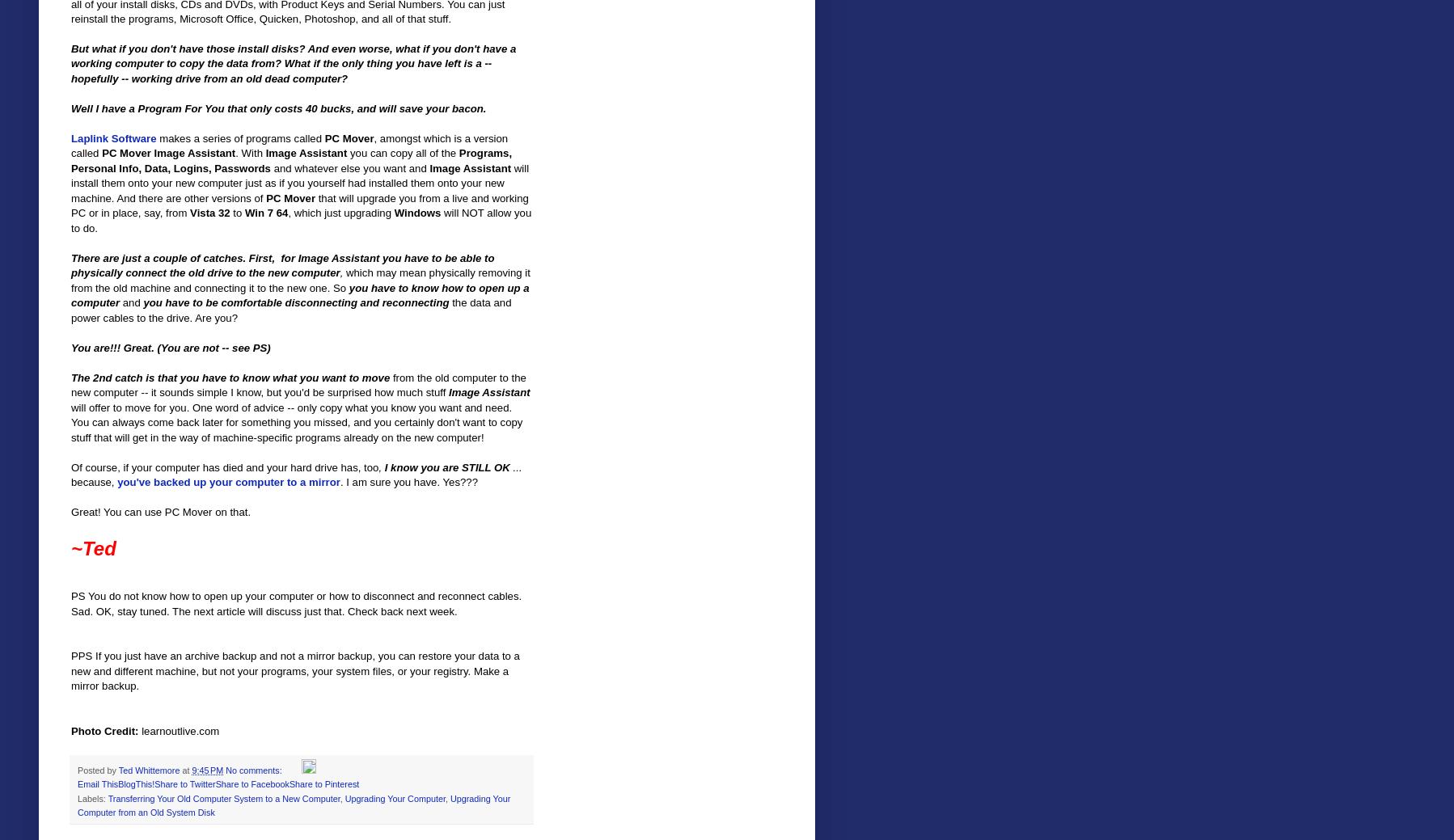 The height and width of the screenshot is (840, 1454). I want to click on 'Programs, Personal Info, Data, Logins, Passwords', so click(290, 160).